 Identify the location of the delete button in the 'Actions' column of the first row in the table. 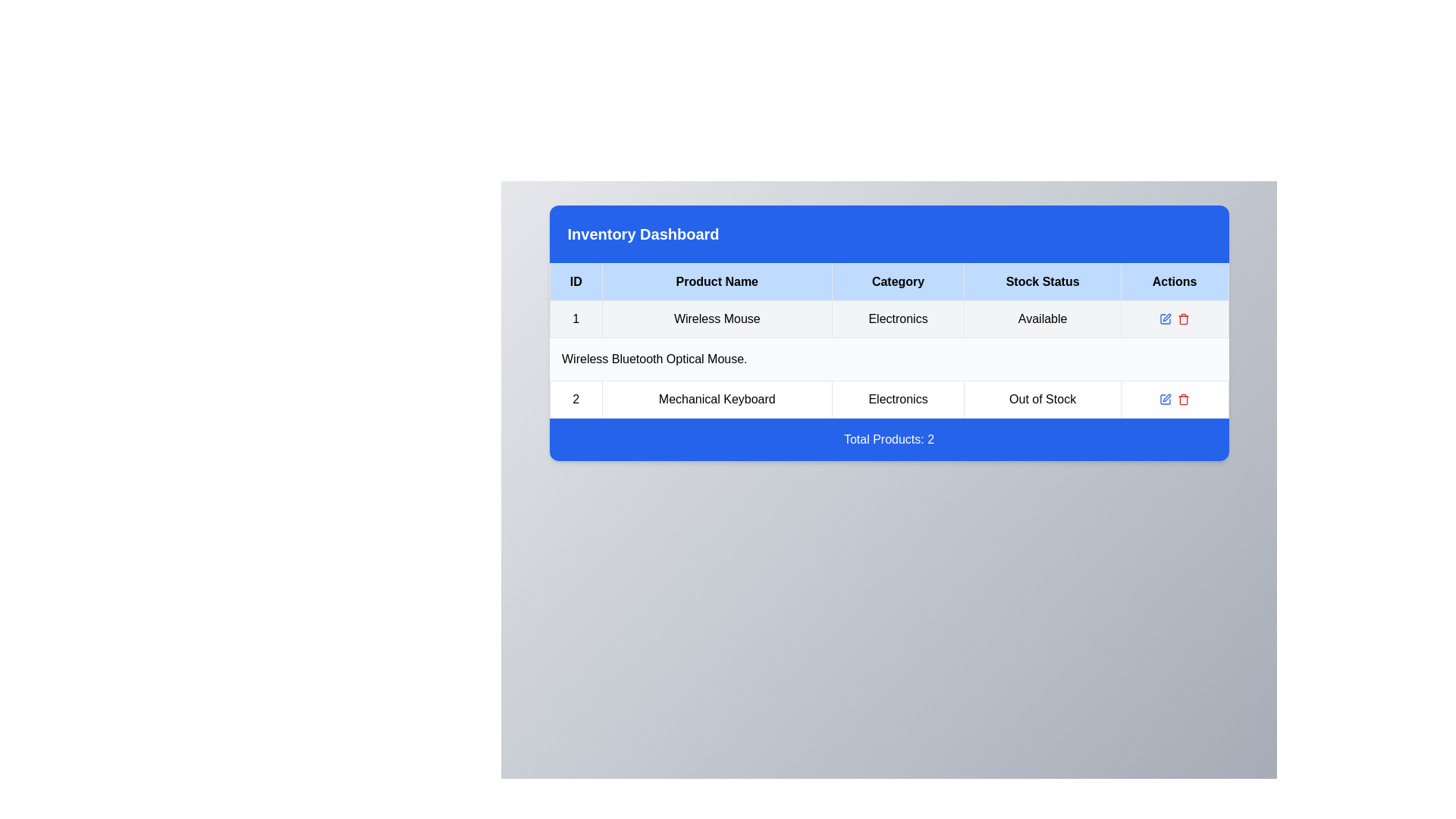
(1183, 318).